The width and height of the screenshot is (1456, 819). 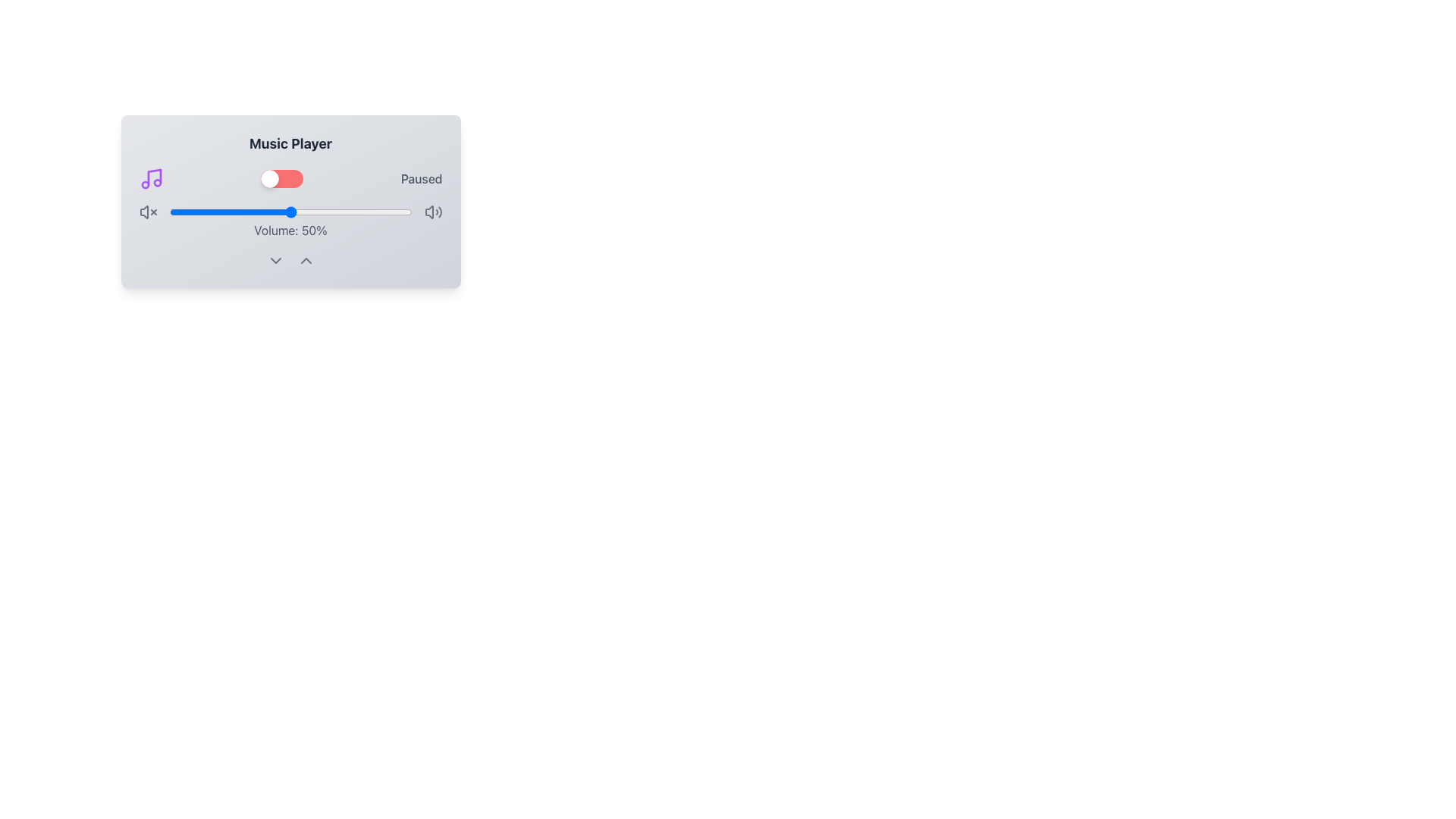 I want to click on the downward-pointing arrow icon located beneath the 'Volume: 50%' text on the music player interface, so click(x=275, y=259).